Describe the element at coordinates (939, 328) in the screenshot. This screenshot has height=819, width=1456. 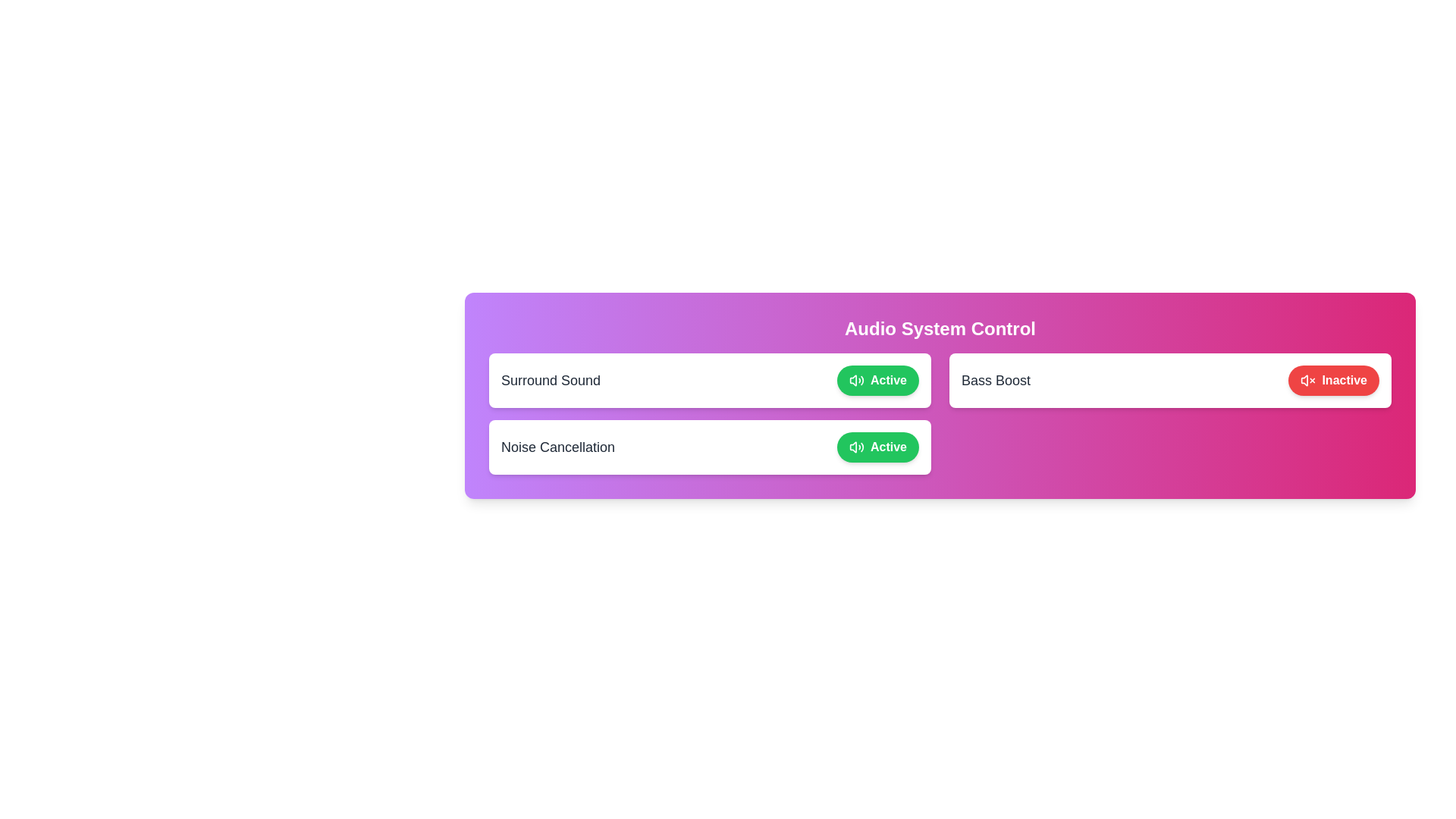
I see `the title of the panel labeled 'Audio System Control'` at that location.